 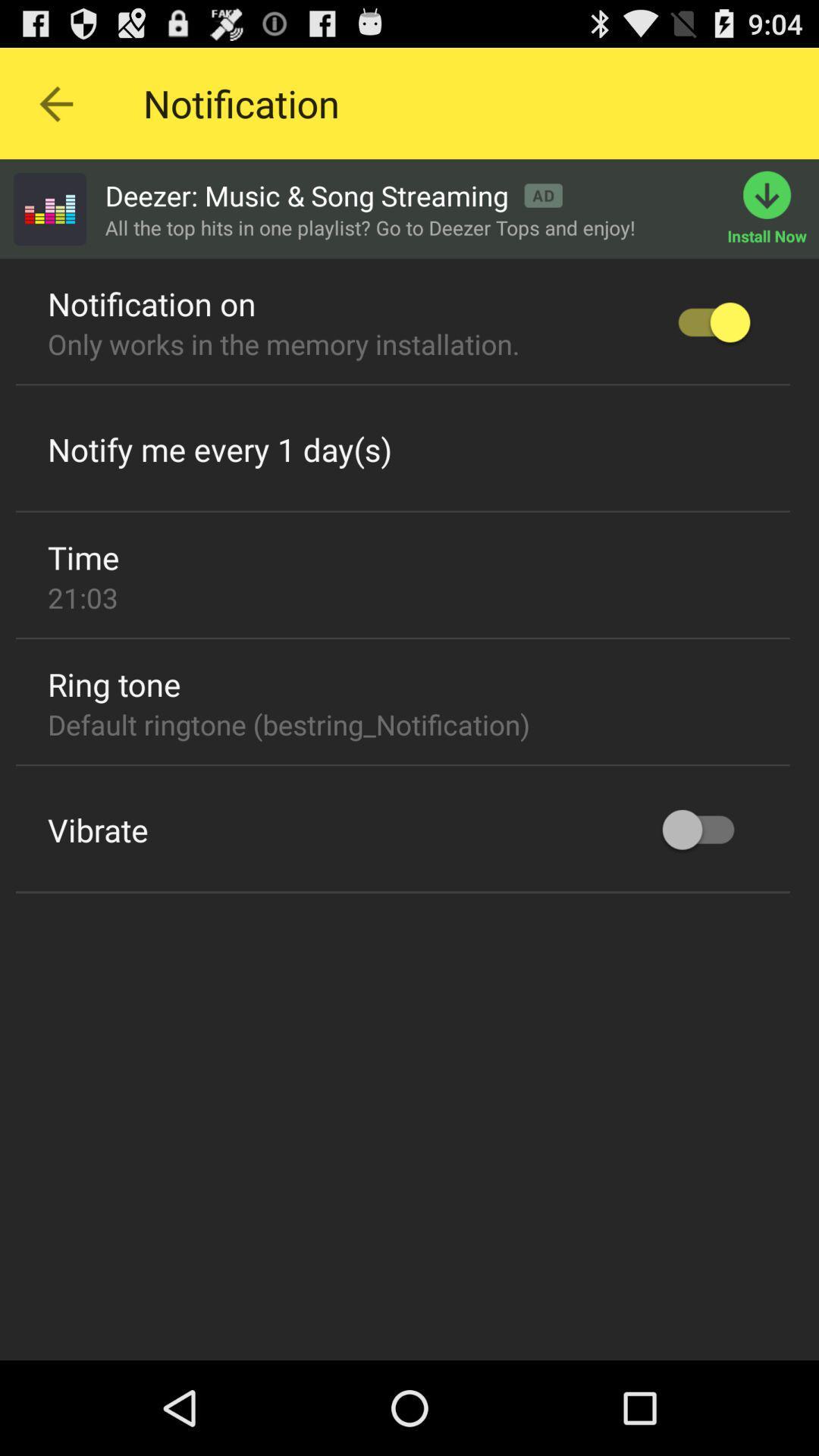 What do you see at coordinates (55, 110) in the screenshot?
I see `the arrow_backward icon` at bounding box center [55, 110].